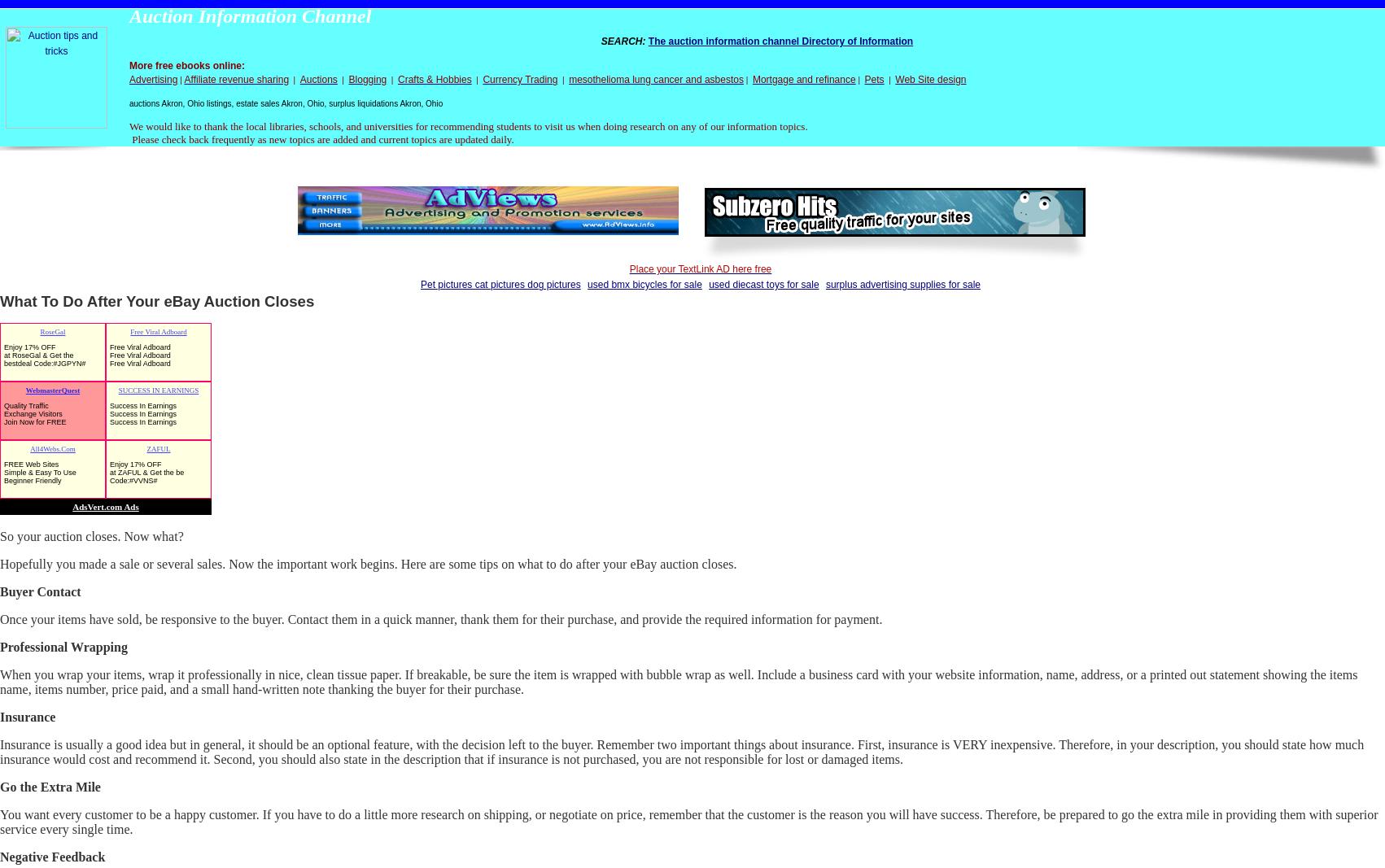 The width and height of the screenshot is (1385, 868). I want to click on 'Blogging', so click(366, 78).